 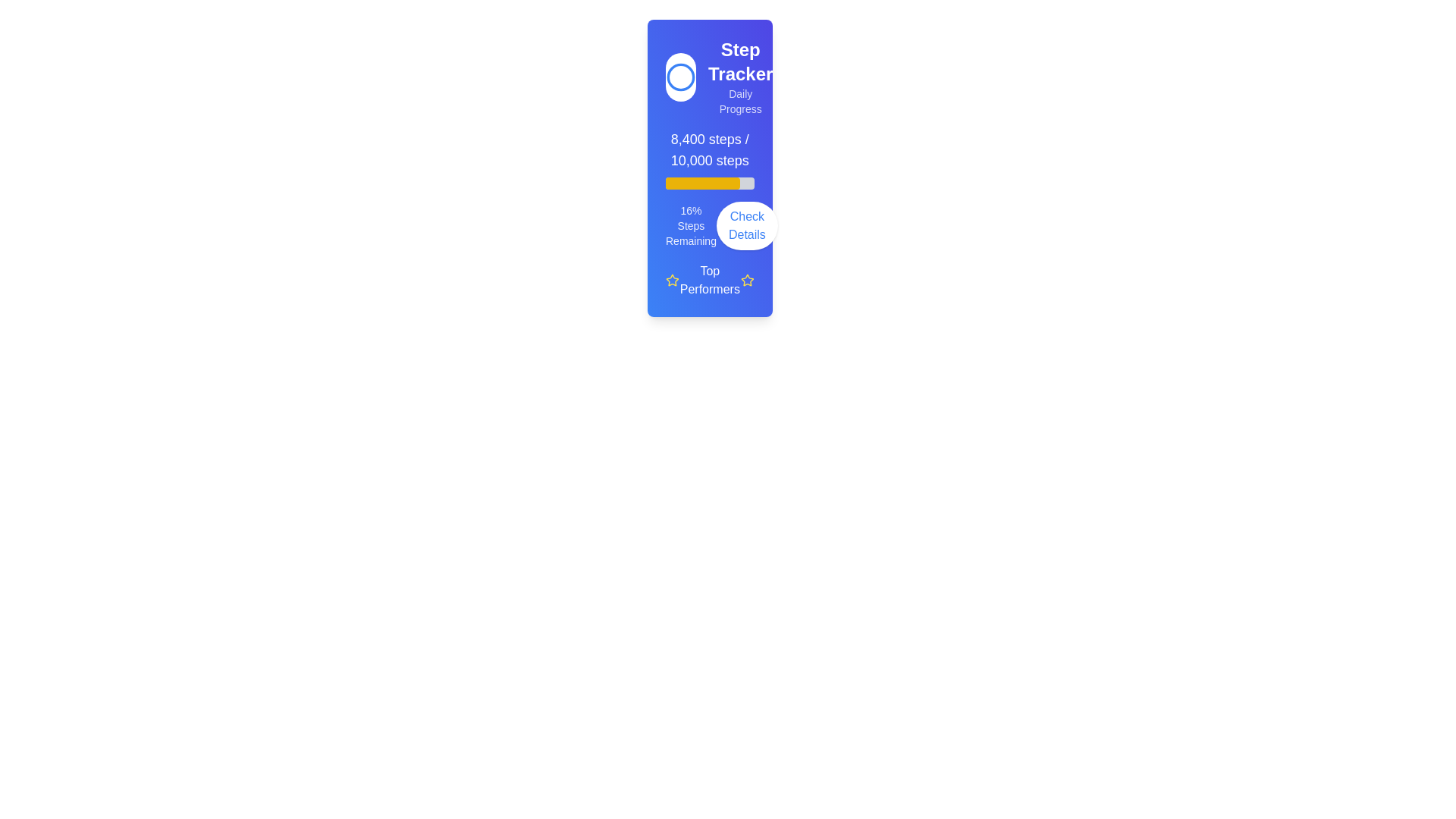 I want to click on the circular decorative icon representing the 'Step Tracker' feature, located at the top of the card above the 'Step Tracker' title, so click(x=679, y=77).